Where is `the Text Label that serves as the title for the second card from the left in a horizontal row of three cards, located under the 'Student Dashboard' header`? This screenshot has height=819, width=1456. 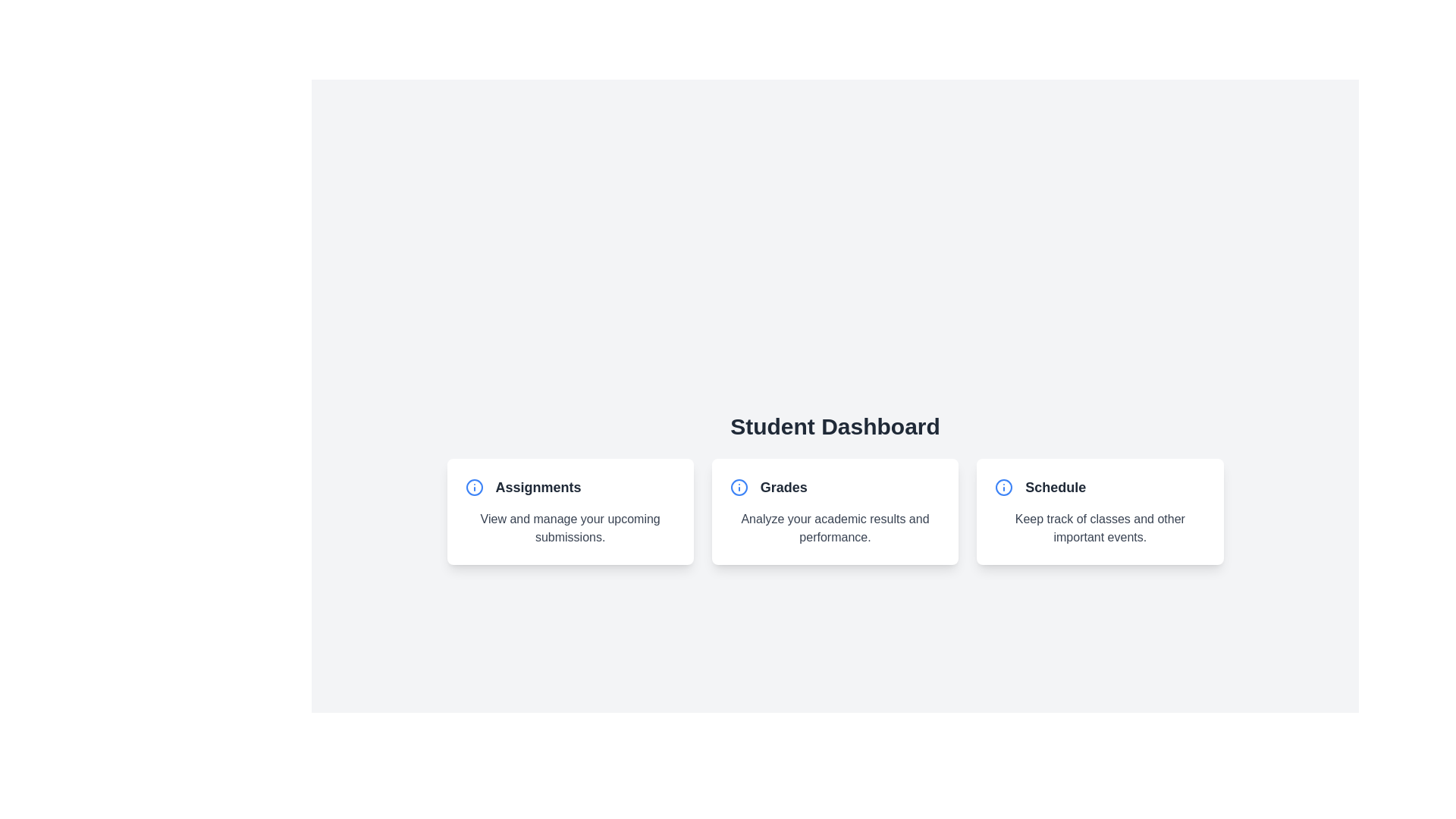 the Text Label that serves as the title for the second card from the left in a horizontal row of three cards, located under the 'Student Dashboard' header is located at coordinates (783, 488).